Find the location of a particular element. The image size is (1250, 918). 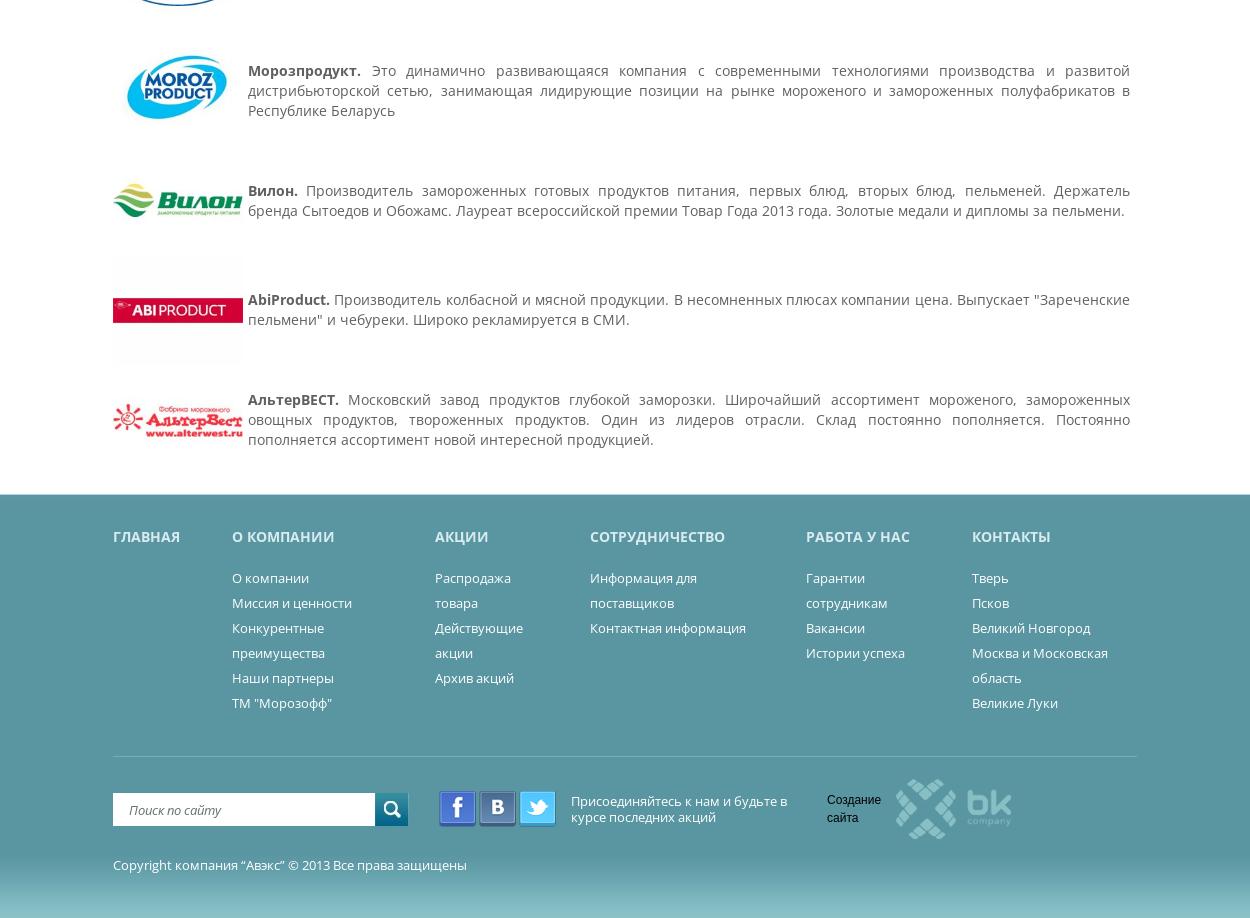

'ТМ "Морозофф"' is located at coordinates (230, 702).